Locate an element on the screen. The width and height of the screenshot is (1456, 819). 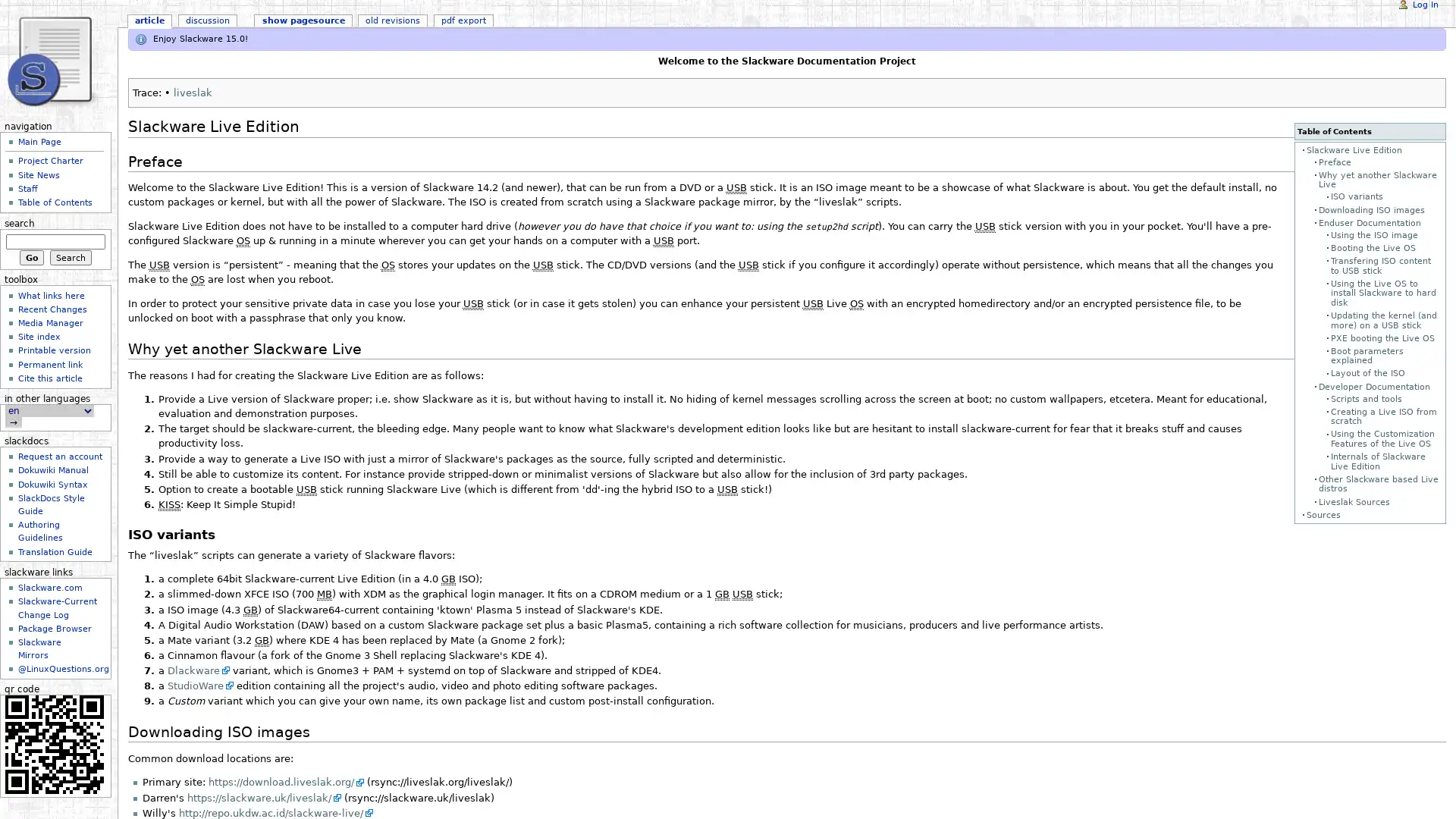
Search is located at coordinates (70, 256).